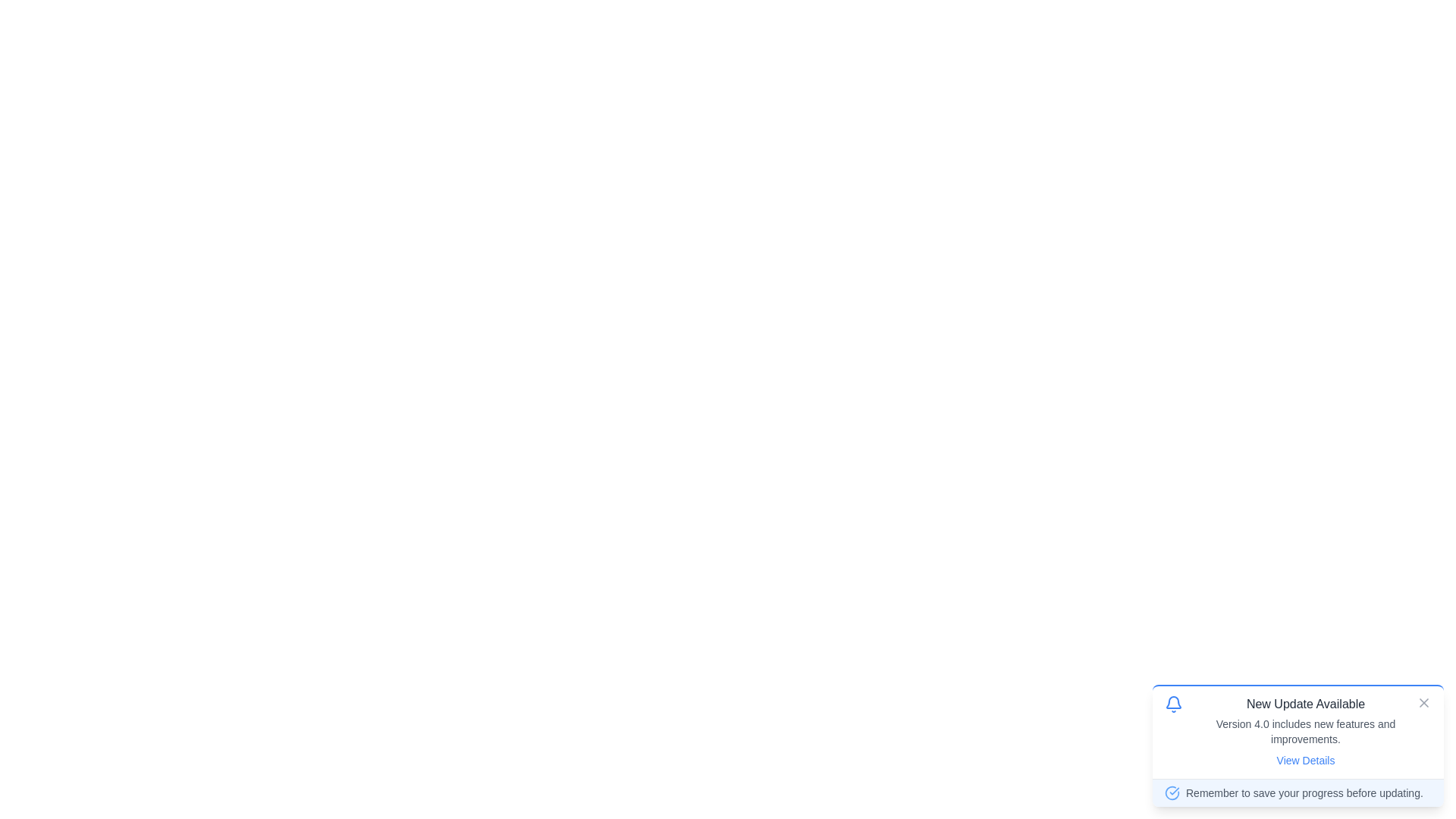 The image size is (1456, 819). I want to click on the blue notification bell icon located at the top-left corner of the notification banner, so click(1173, 704).